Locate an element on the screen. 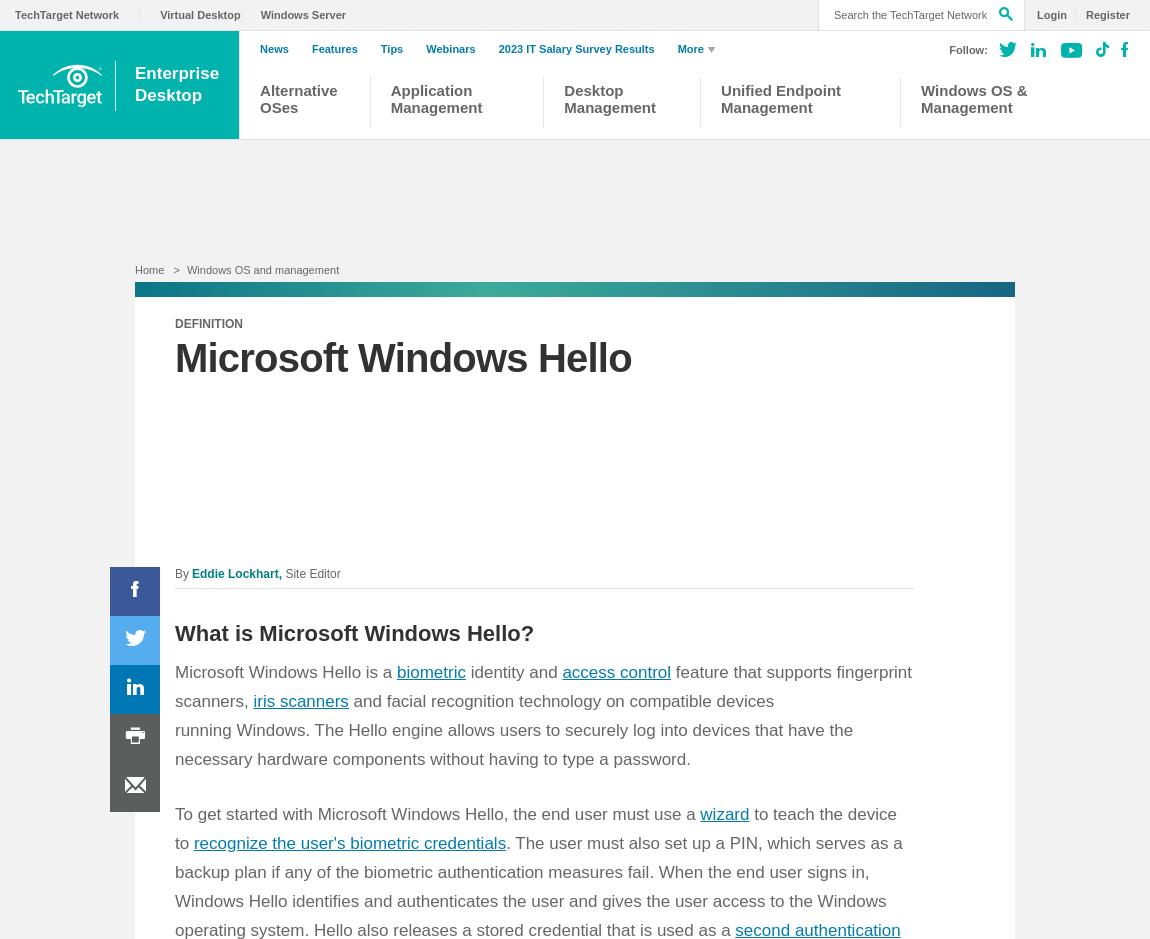 Image resolution: width=1150 pixels, height=939 pixels. 'Eddie Lockhart,' is located at coordinates (191, 573).